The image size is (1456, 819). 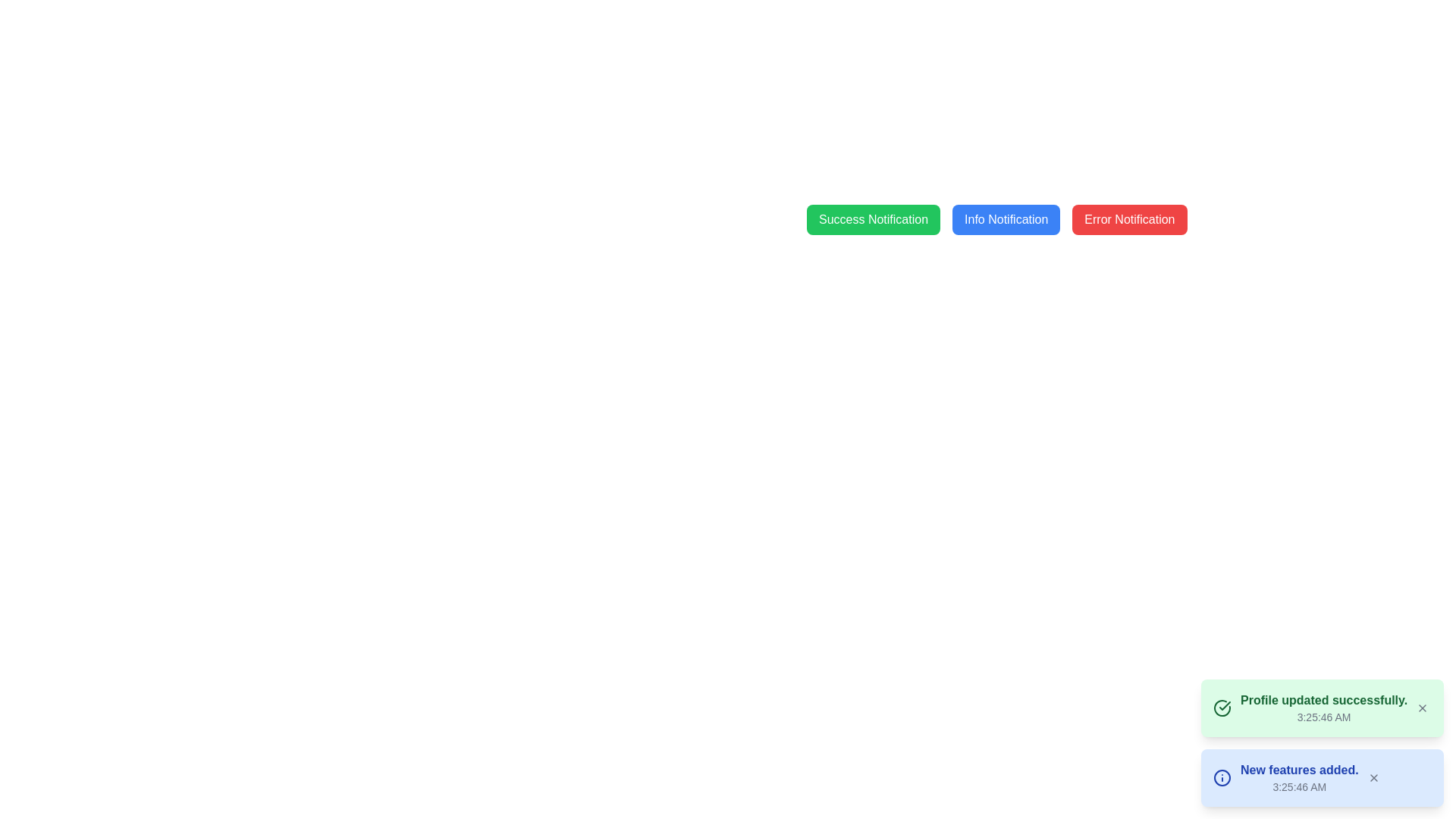 I want to click on the dismiss button located at the rightmost end of the notification message box with the text 'Profile updated successfully.', so click(x=1422, y=708).